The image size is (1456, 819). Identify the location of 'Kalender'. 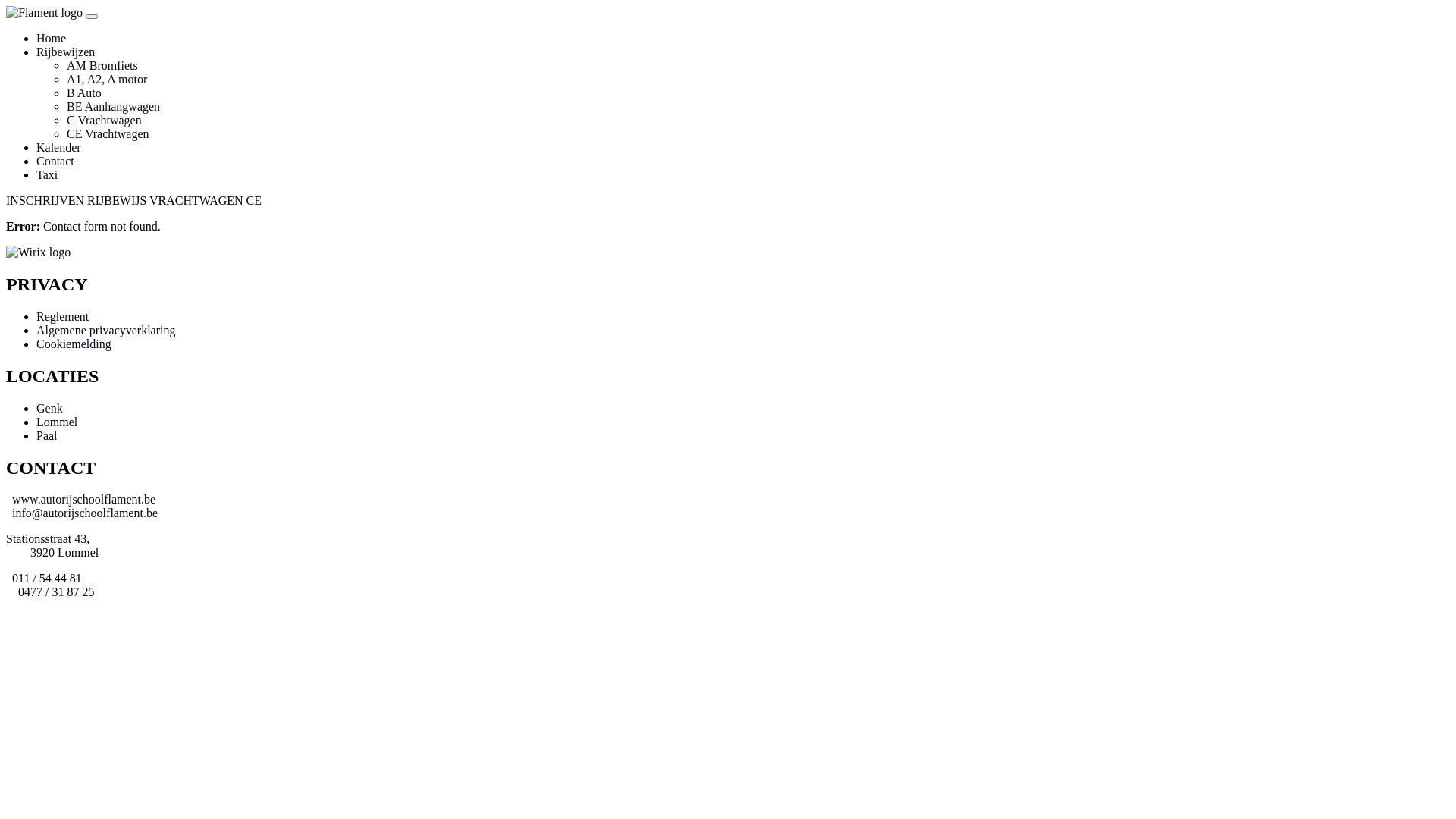
(58, 147).